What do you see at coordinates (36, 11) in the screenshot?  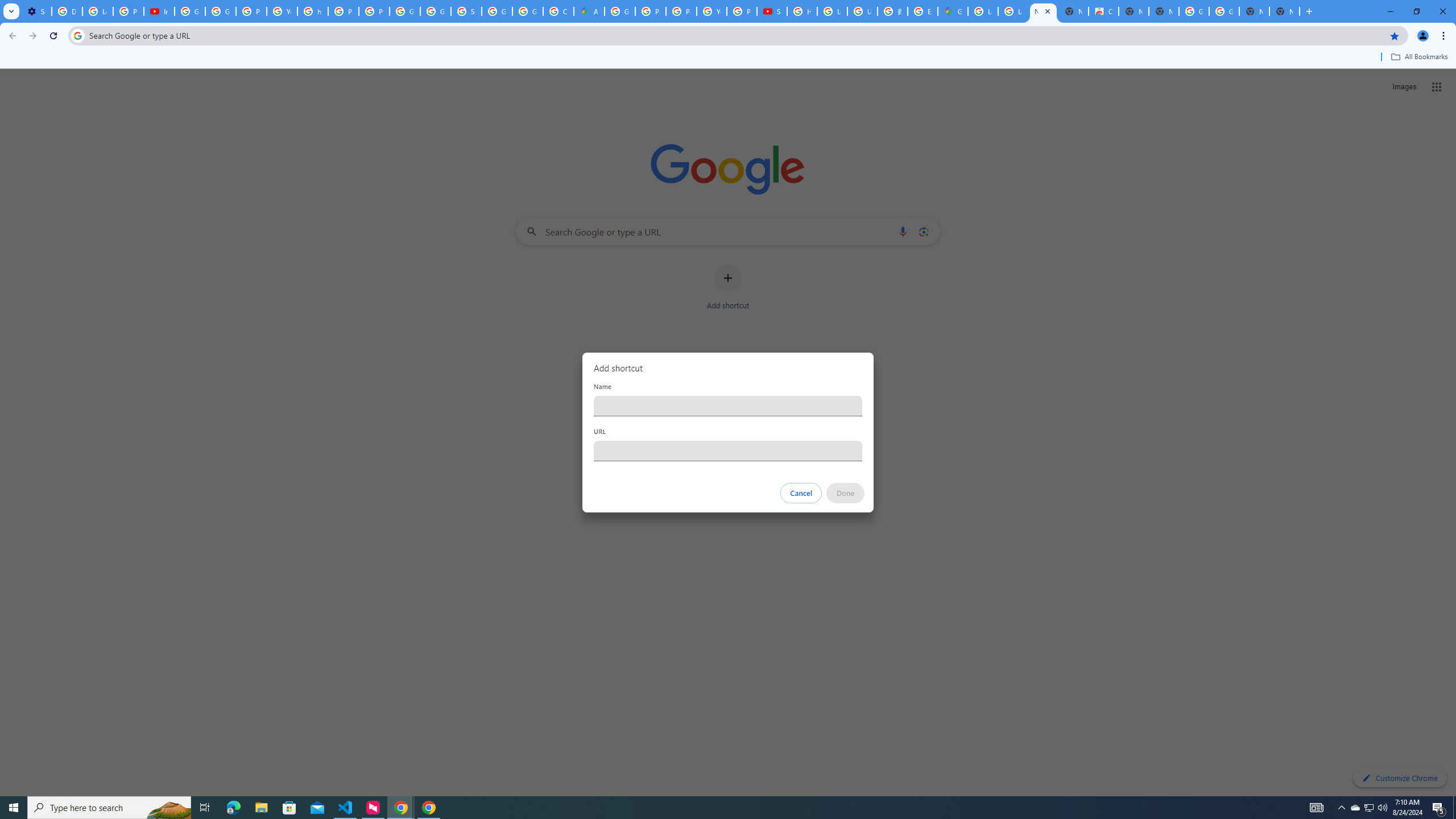 I see `'Settings - Performance'` at bounding box center [36, 11].